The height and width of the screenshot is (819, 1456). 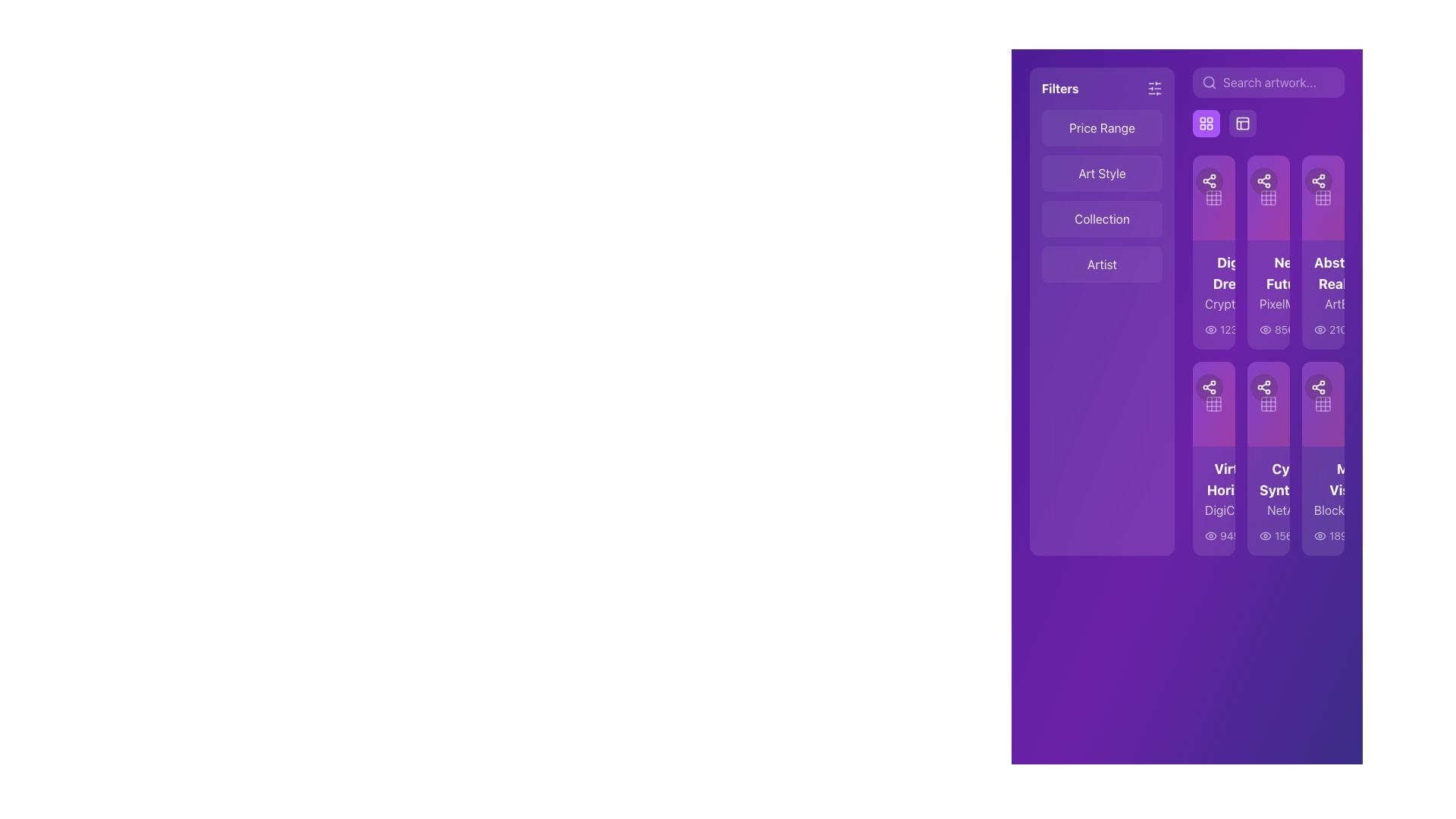 I want to click on the second button in the top-right corner of the card, so click(x=1317, y=386).